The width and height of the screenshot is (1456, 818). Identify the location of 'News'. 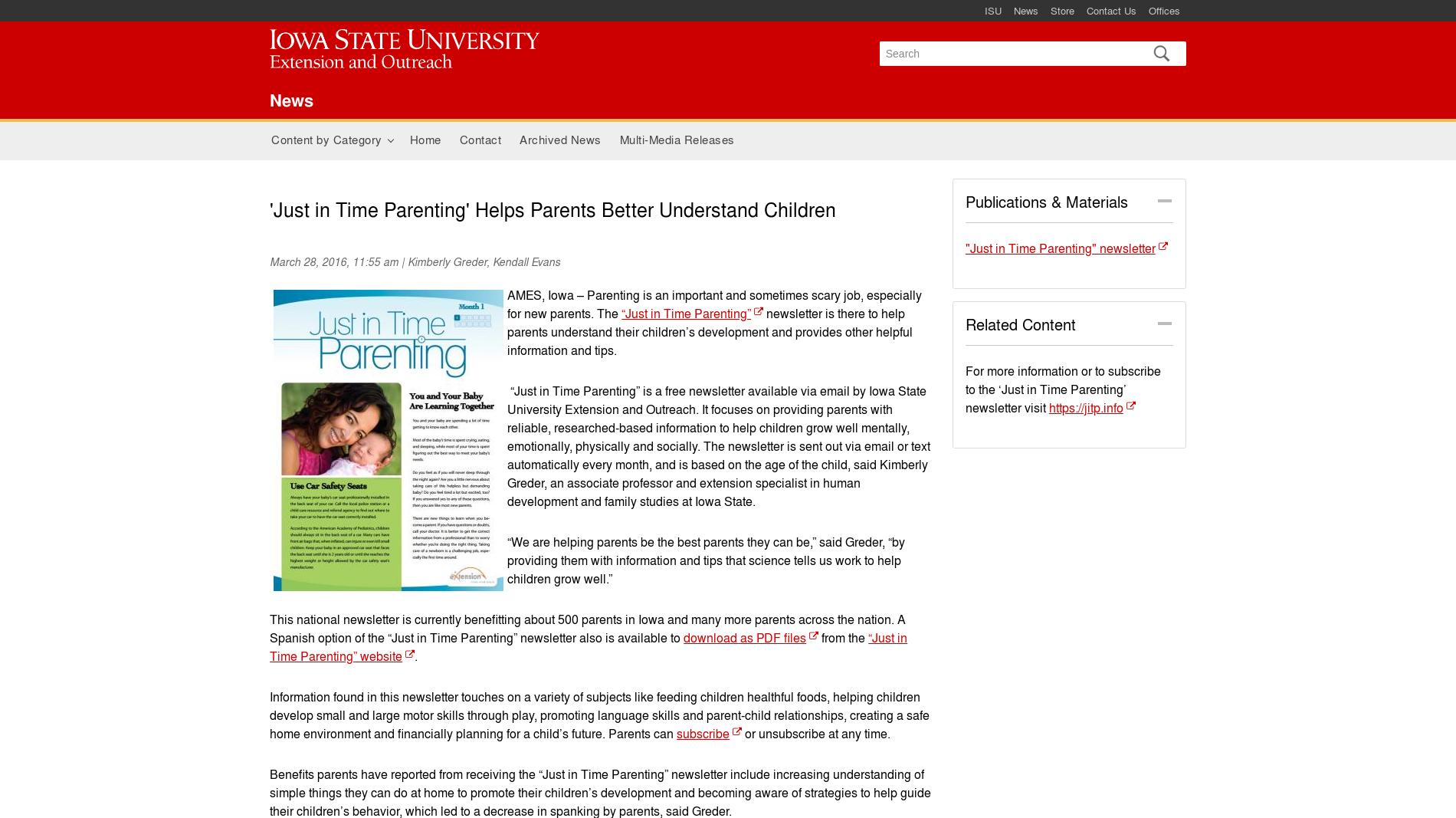
(290, 98).